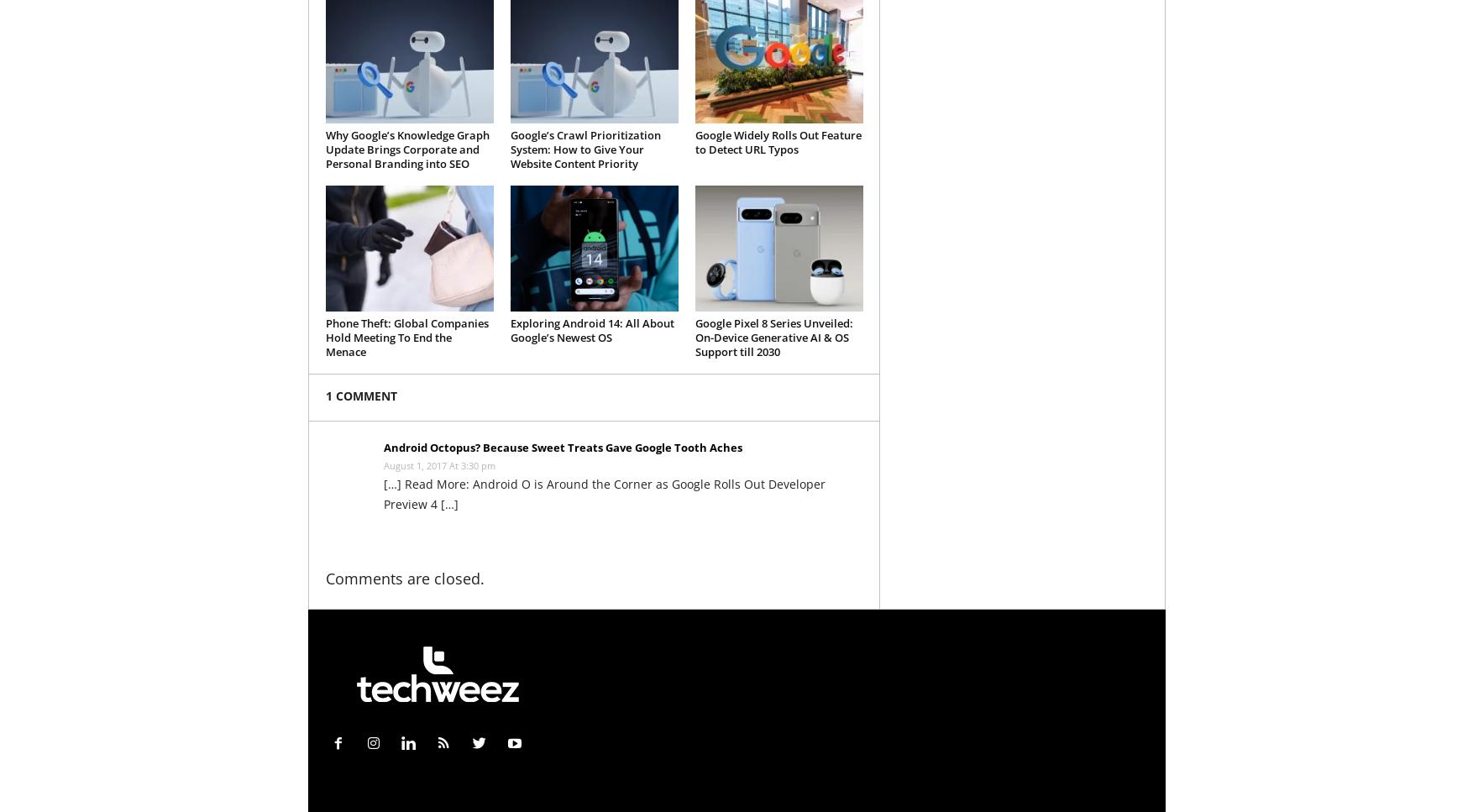 The width and height of the screenshot is (1473, 812). Describe the element at coordinates (405, 337) in the screenshot. I see `'Phone Theft: Global Companies Hold Meeting To End the Menace'` at that location.